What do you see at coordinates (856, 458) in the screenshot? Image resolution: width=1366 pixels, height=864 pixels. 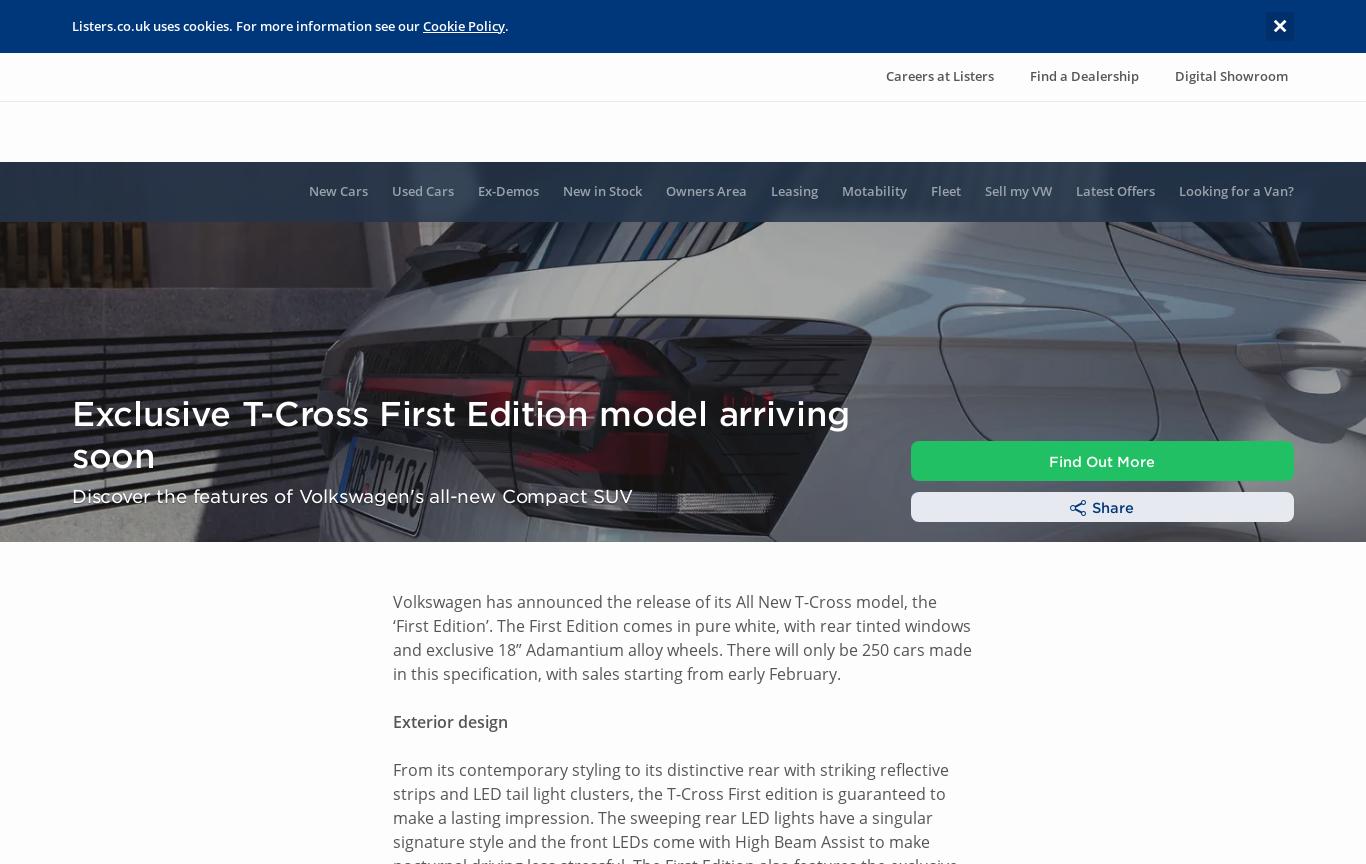 I see `'Data Privacy Notice'` at bounding box center [856, 458].